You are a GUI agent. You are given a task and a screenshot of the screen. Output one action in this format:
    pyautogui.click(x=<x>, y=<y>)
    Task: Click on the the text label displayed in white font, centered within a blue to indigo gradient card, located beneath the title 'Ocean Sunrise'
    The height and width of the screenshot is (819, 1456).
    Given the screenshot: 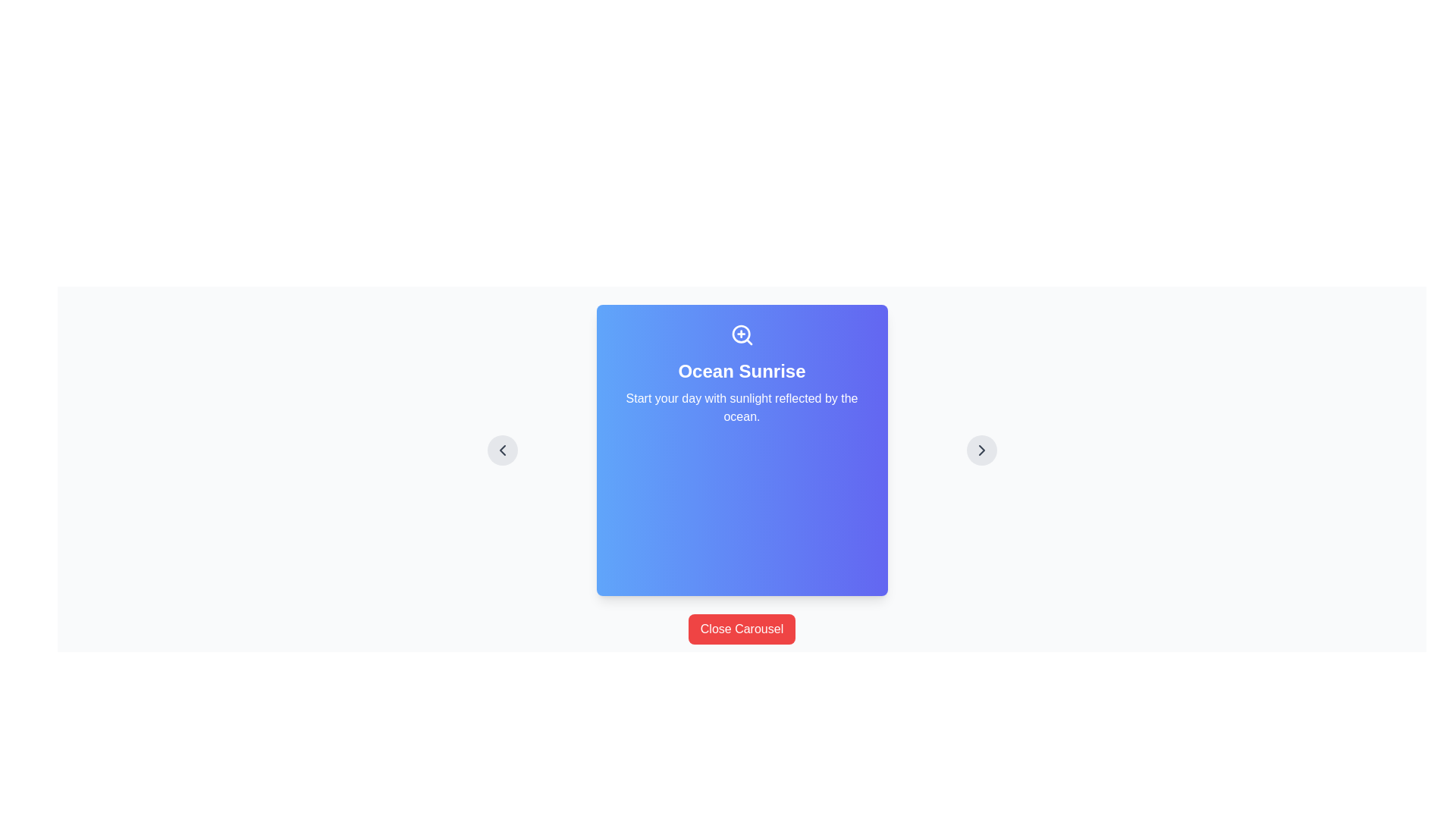 What is the action you would take?
    pyautogui.click(x=742, y=406)
    